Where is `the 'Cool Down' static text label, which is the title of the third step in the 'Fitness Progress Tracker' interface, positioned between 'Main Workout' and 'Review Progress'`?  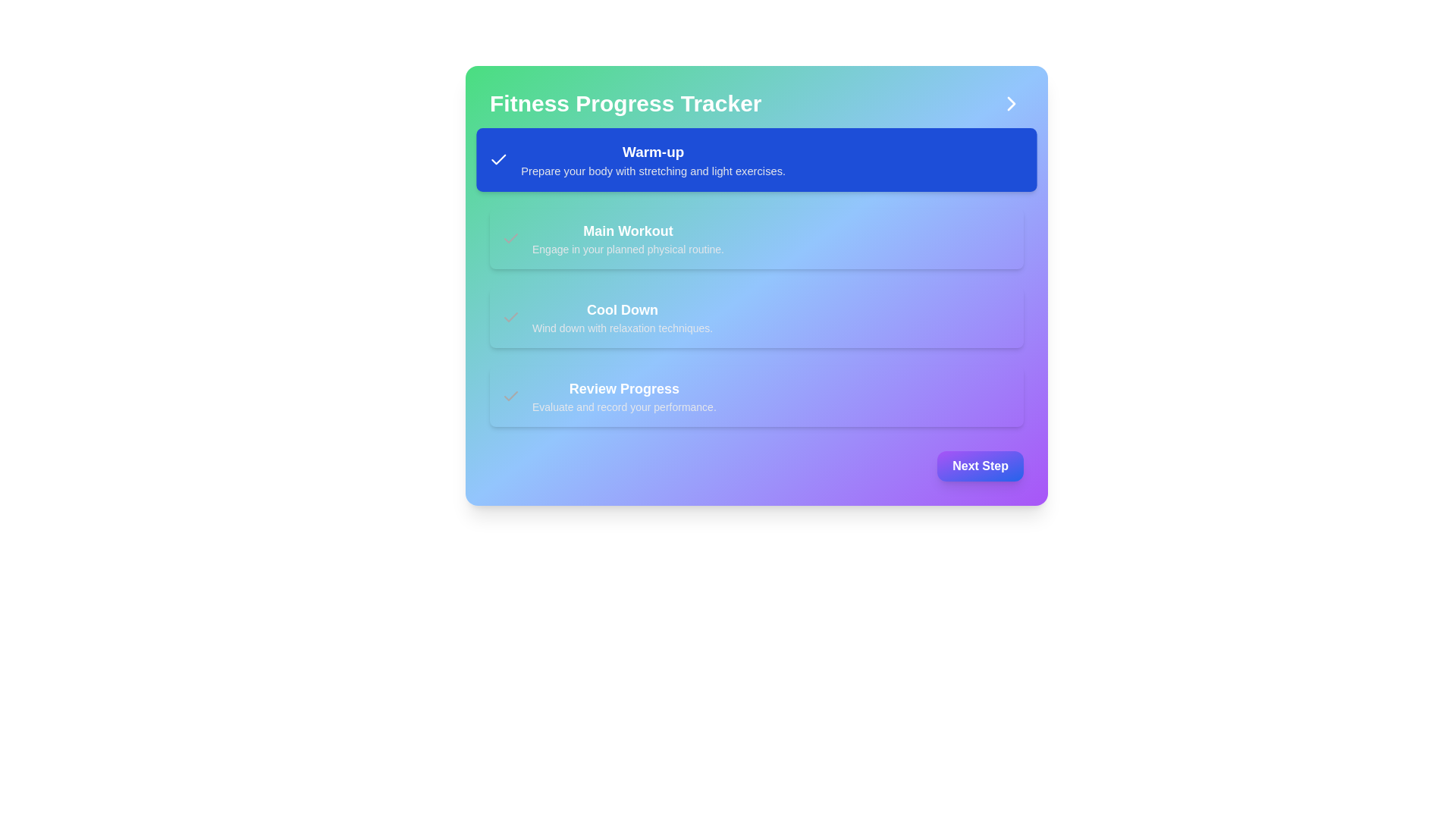
the 'Cool Down' static text label, which is the title of the third step in the 'Fitness Progress Tracker' interface, positioned between 'Main Workout' and 'Review Progress' is located at coordinates (622, 309).